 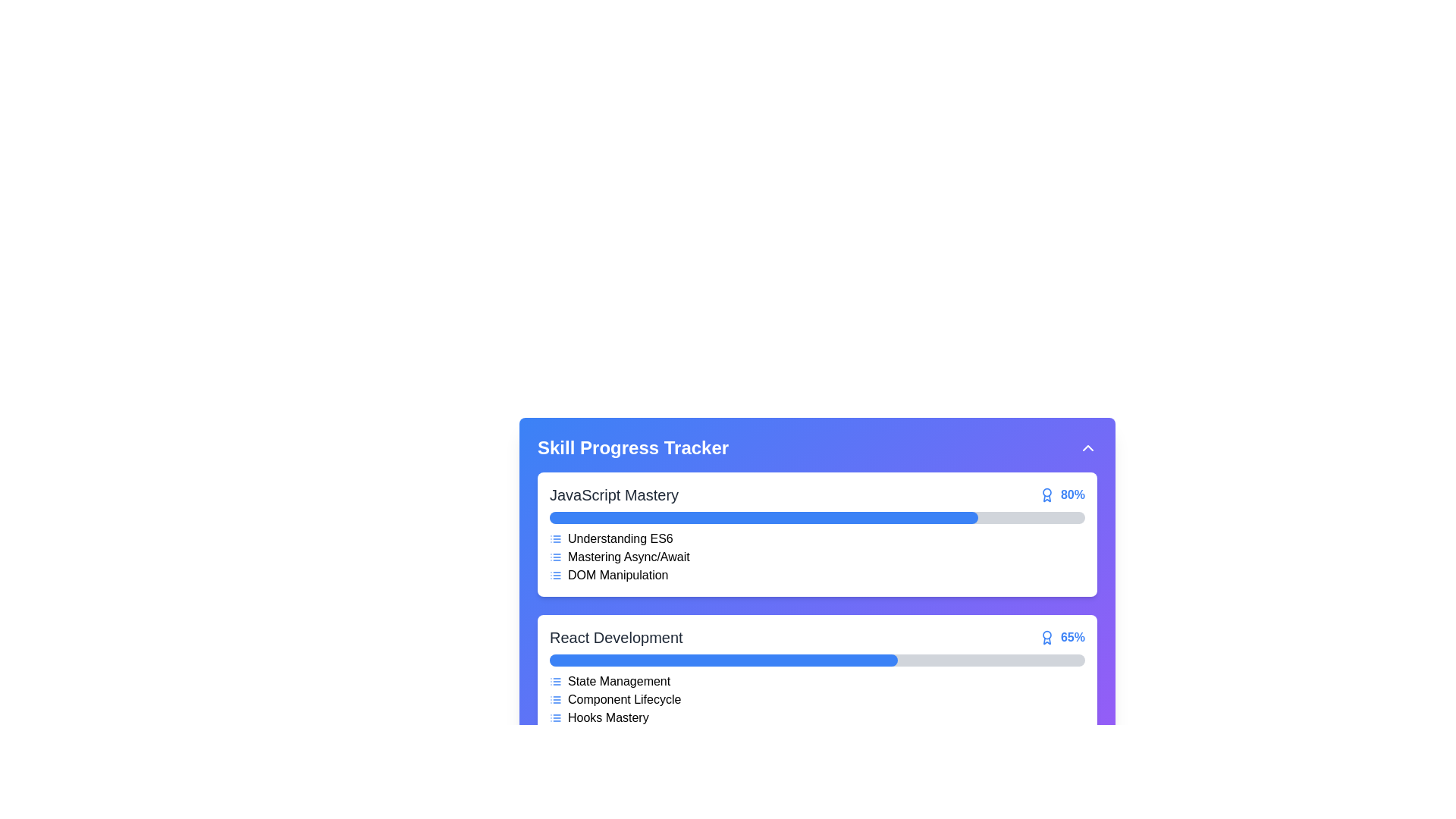 I want to click on the progress completion label for the 'React Development' task, which is located towards the right end of the progress tracker section, following the title 'React Development', so click(x=1062, y=637).